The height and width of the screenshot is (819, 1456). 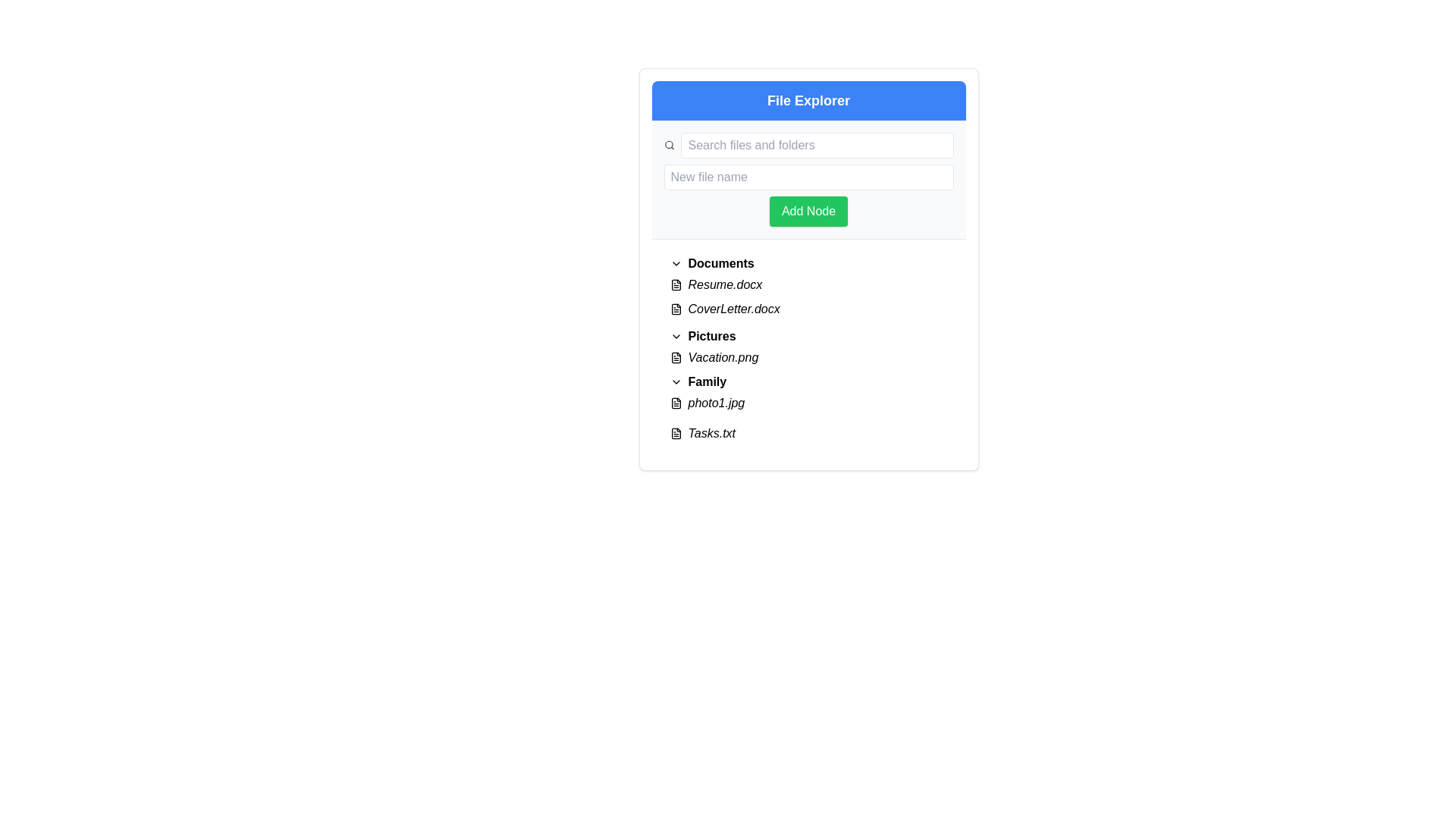 What do you see at coordinates (675, 381) in the screenshot?
I see `the toggle icon` at bounding box center [675, 381].